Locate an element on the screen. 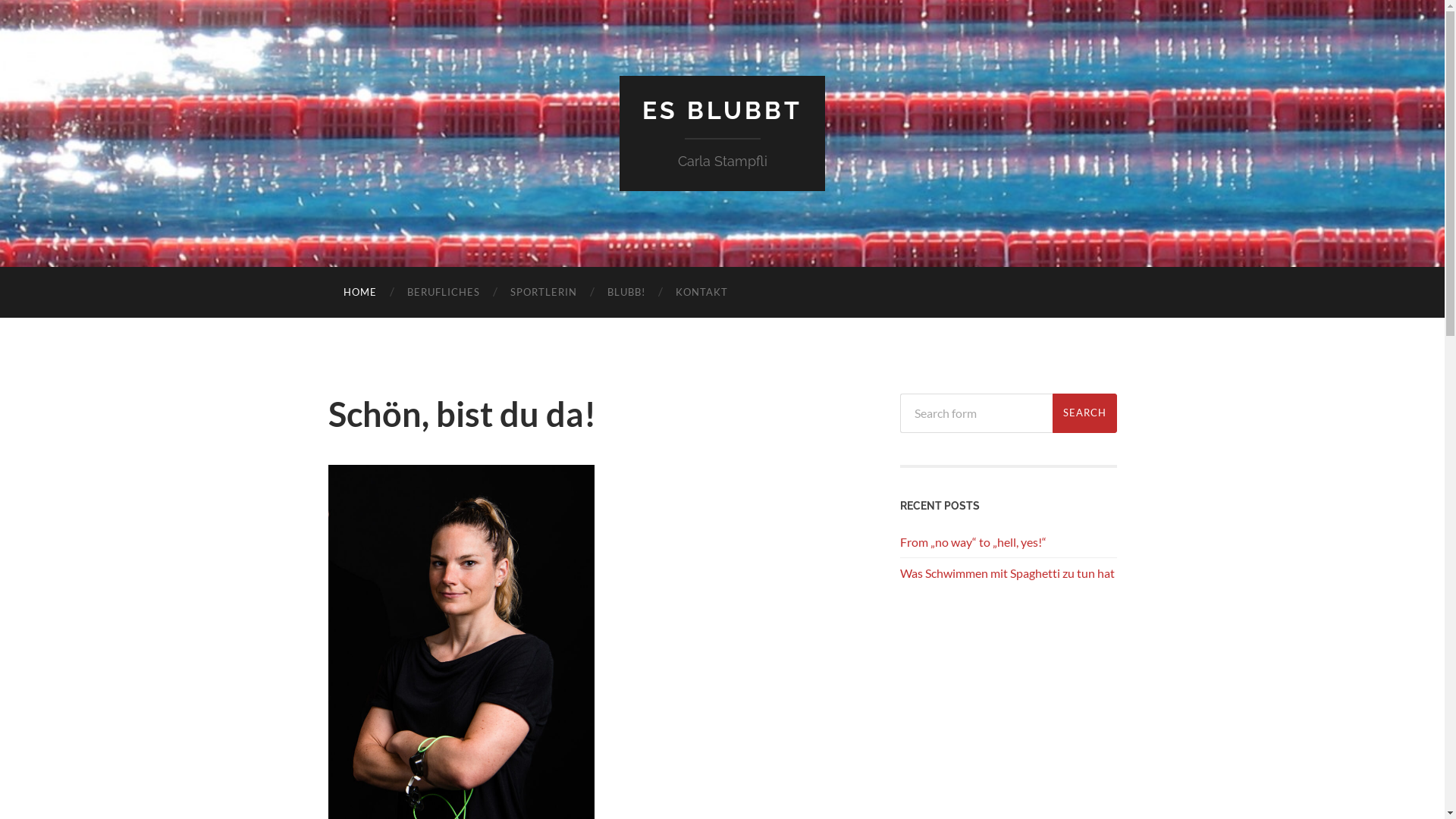 Image resolution: width=1456 pixels, height=819 pixels. 'Was Schwimmen mit Spaghetti zu tun hat' is located at coordinates (1006, 573).